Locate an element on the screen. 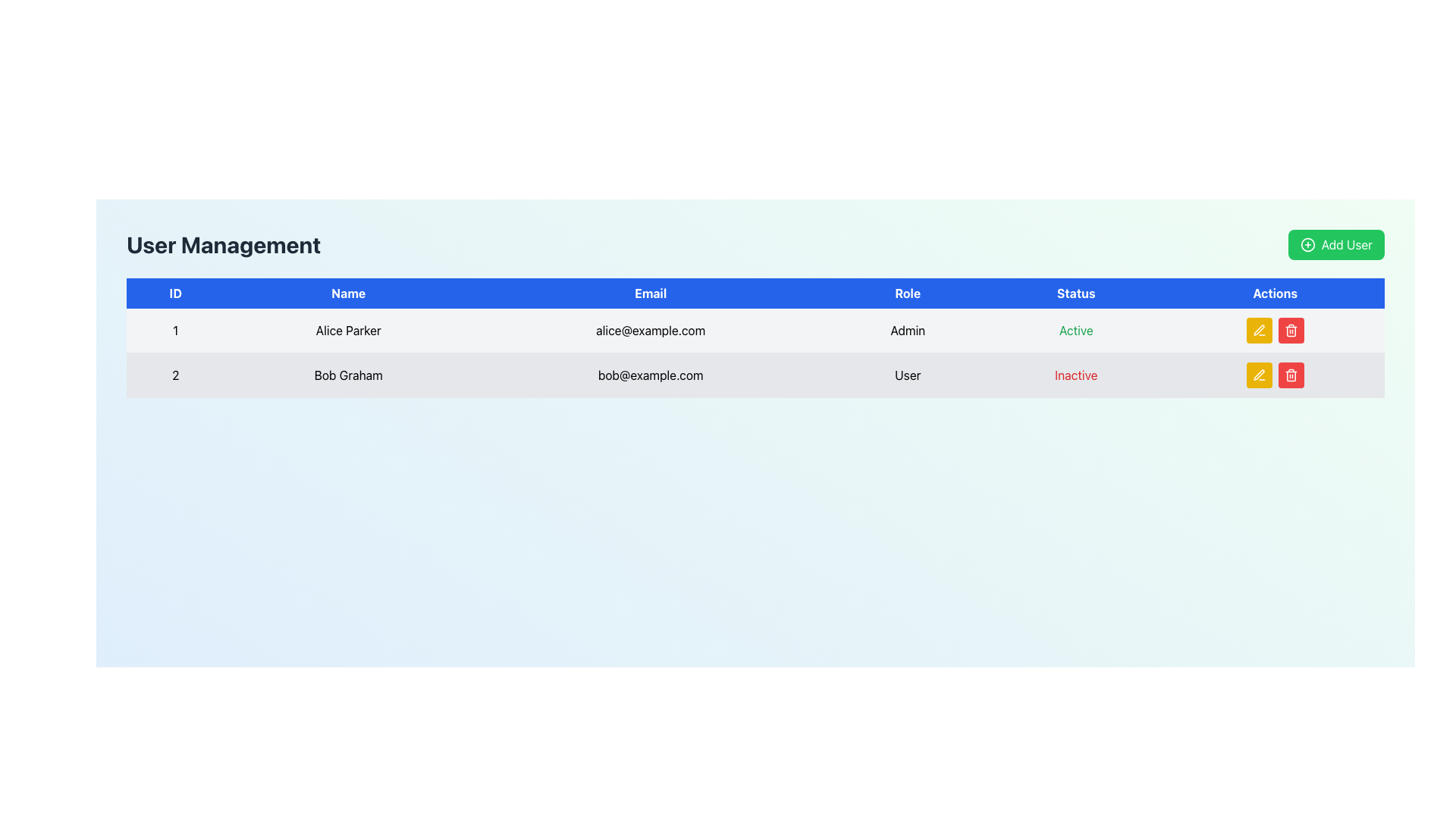  the edit button in the action controls for the 'Alice Parker' row in the 'User Management' table to initiate editing the entry is located at coordinates (1274, 330).